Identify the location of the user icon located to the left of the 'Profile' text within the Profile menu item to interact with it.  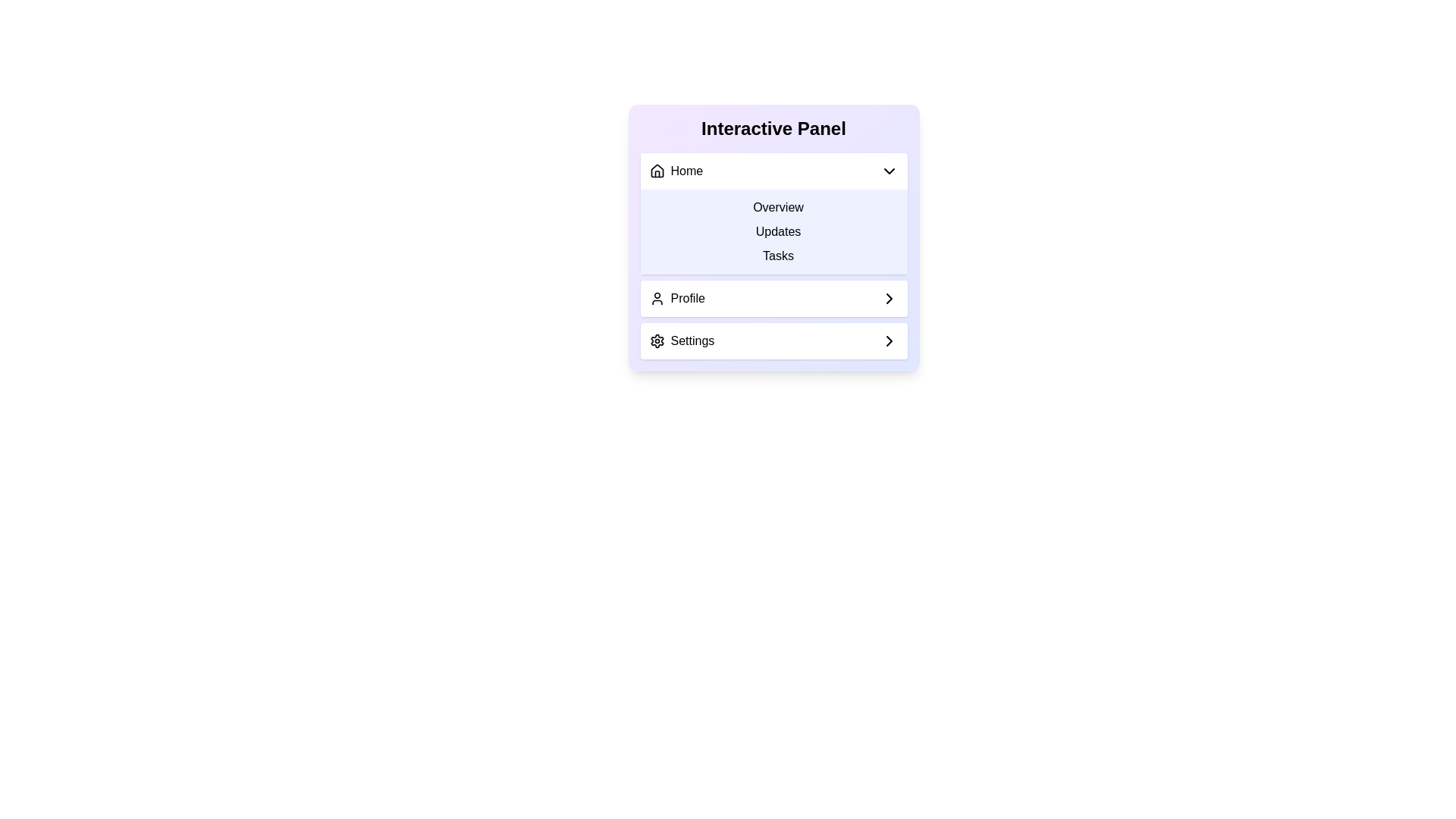
(657, 298).